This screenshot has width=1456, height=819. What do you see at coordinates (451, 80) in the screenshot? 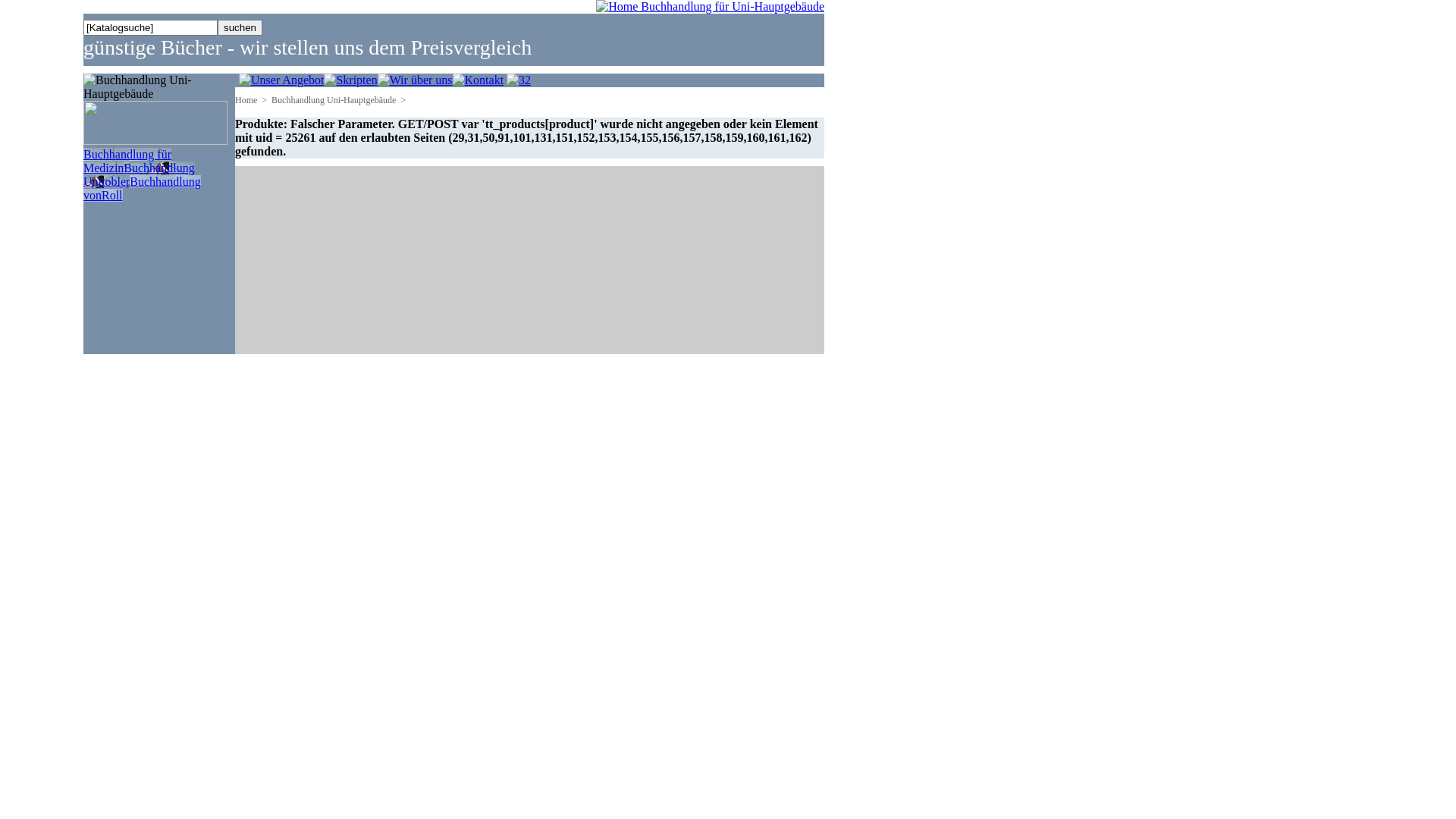
I see `'Kontakt'` at bounding box center [451, 80].